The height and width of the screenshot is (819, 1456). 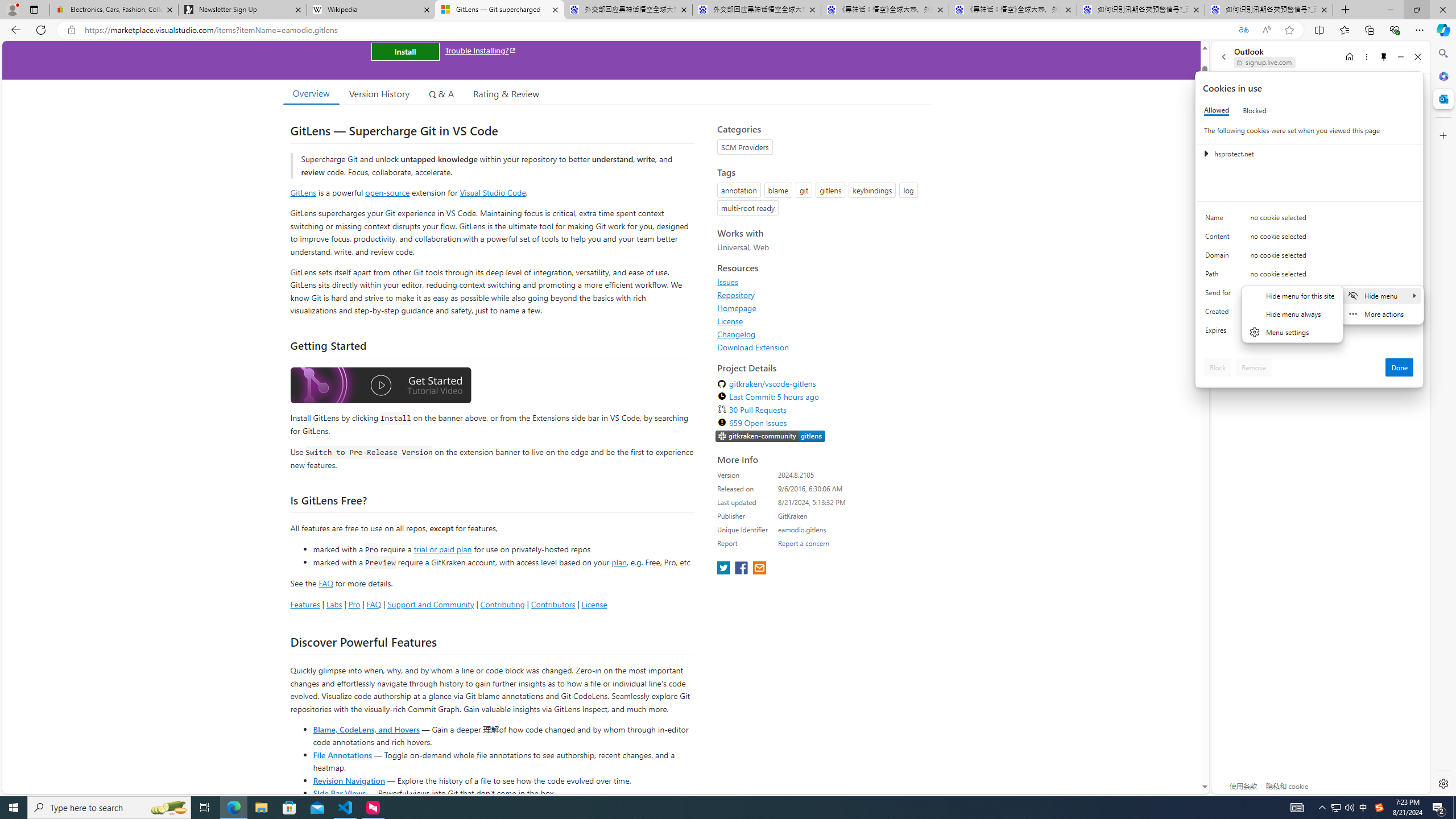 What do you see at coordinates (1331, 333) in the screenshot?
I see `'no cookie selected'` at bounding box center [1331, 333].